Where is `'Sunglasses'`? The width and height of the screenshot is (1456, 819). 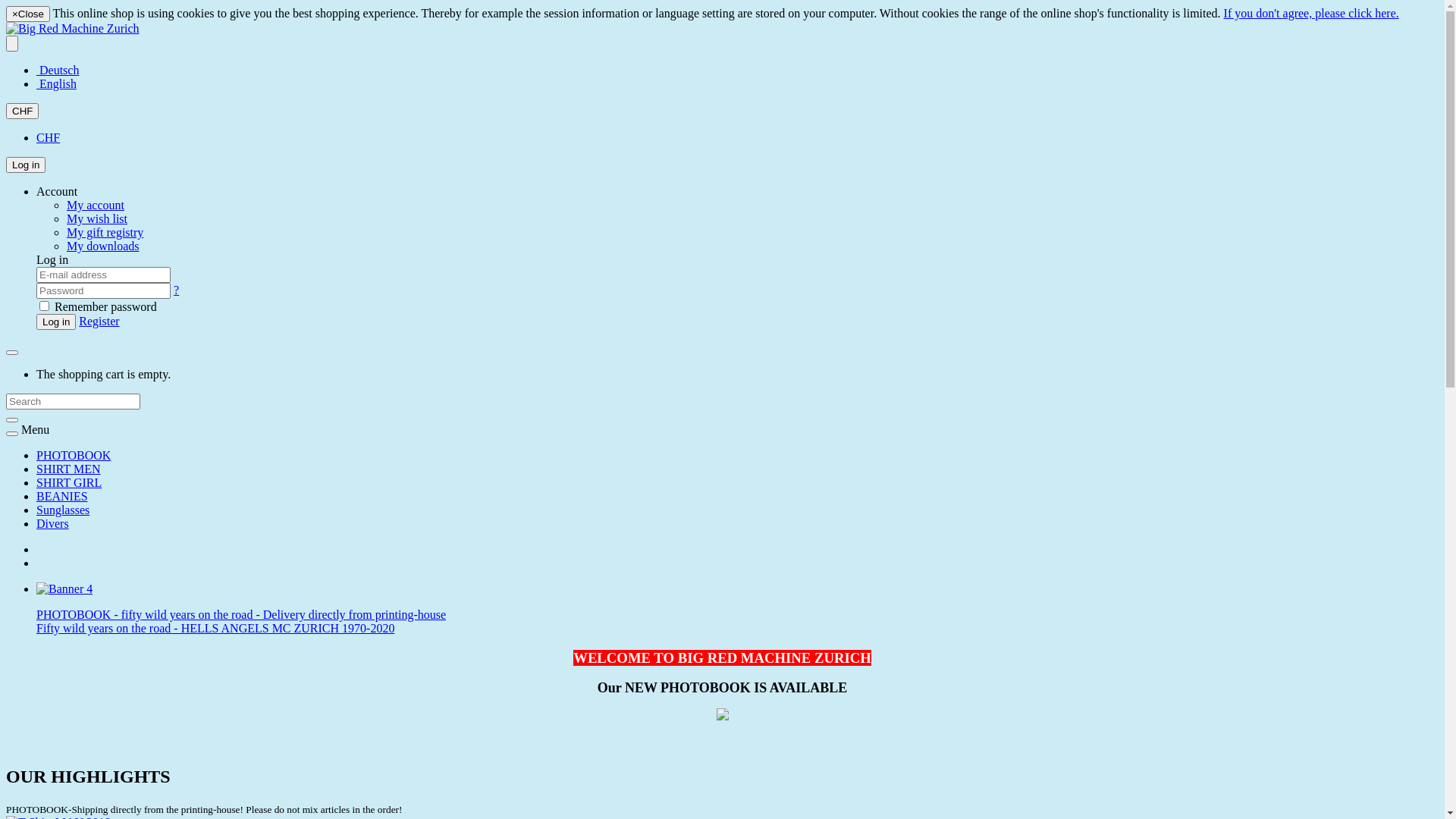 'Sunglasses' is located at coordinates (61, 510).